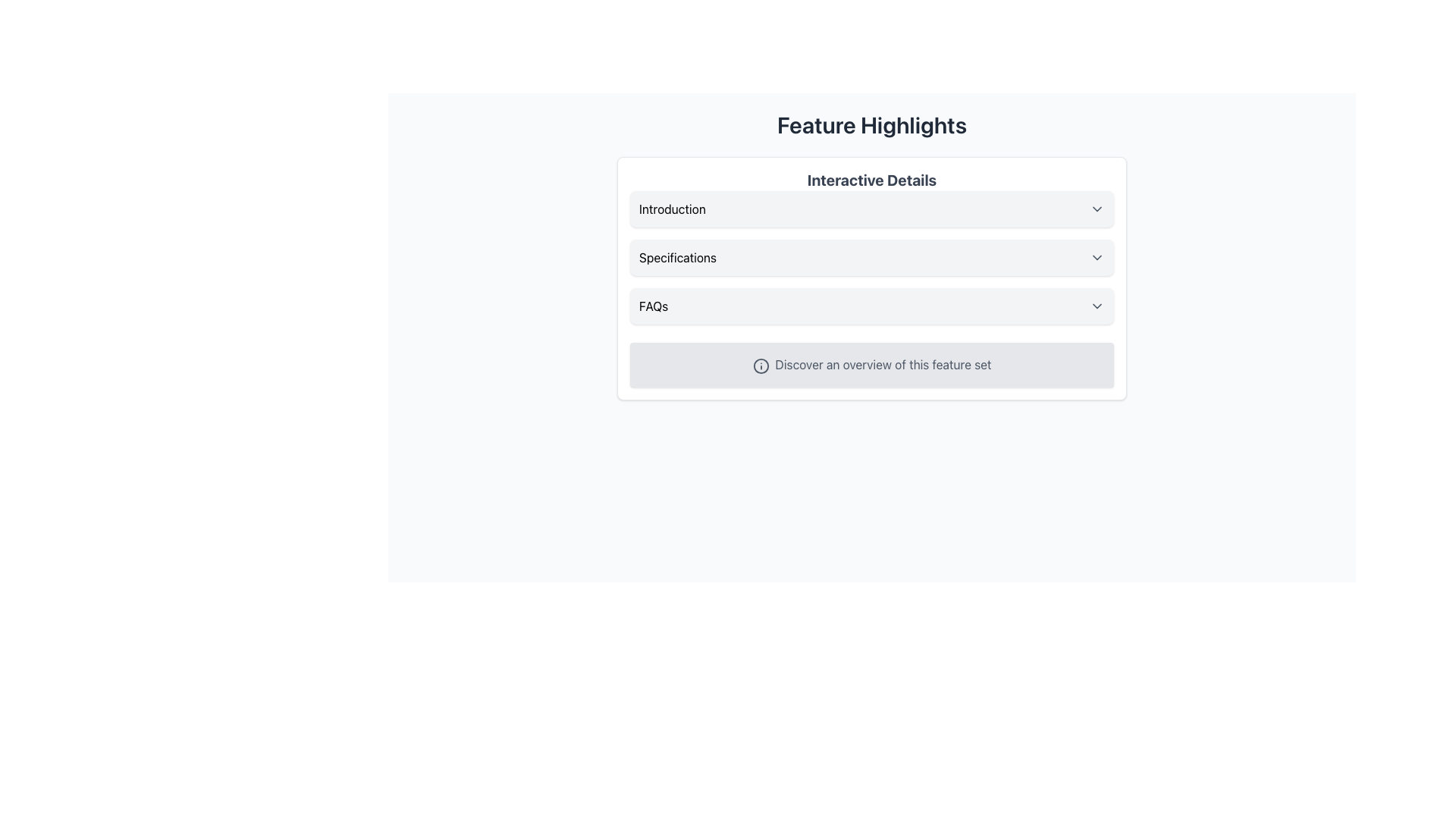 This screenshot has width=1456, height=819. I want to click on text displayed in the descriptive message located inside a gray-bordered region at the bottom of the 'Interactive Details' section, next to an icon on its left, so click(883, 365).